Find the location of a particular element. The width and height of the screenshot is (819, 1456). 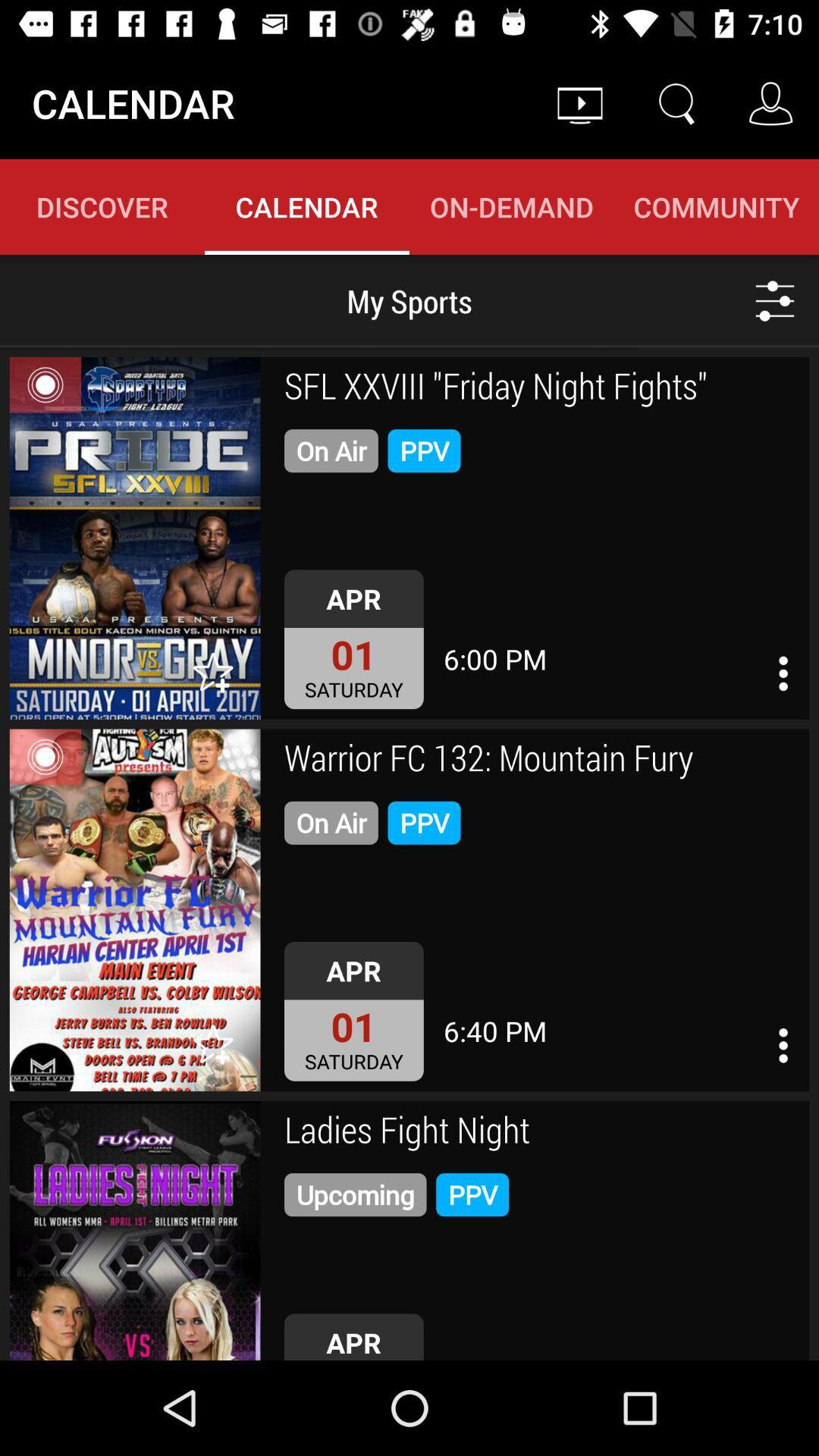

icon above the on-demand item is located at coordinates (579, 102).